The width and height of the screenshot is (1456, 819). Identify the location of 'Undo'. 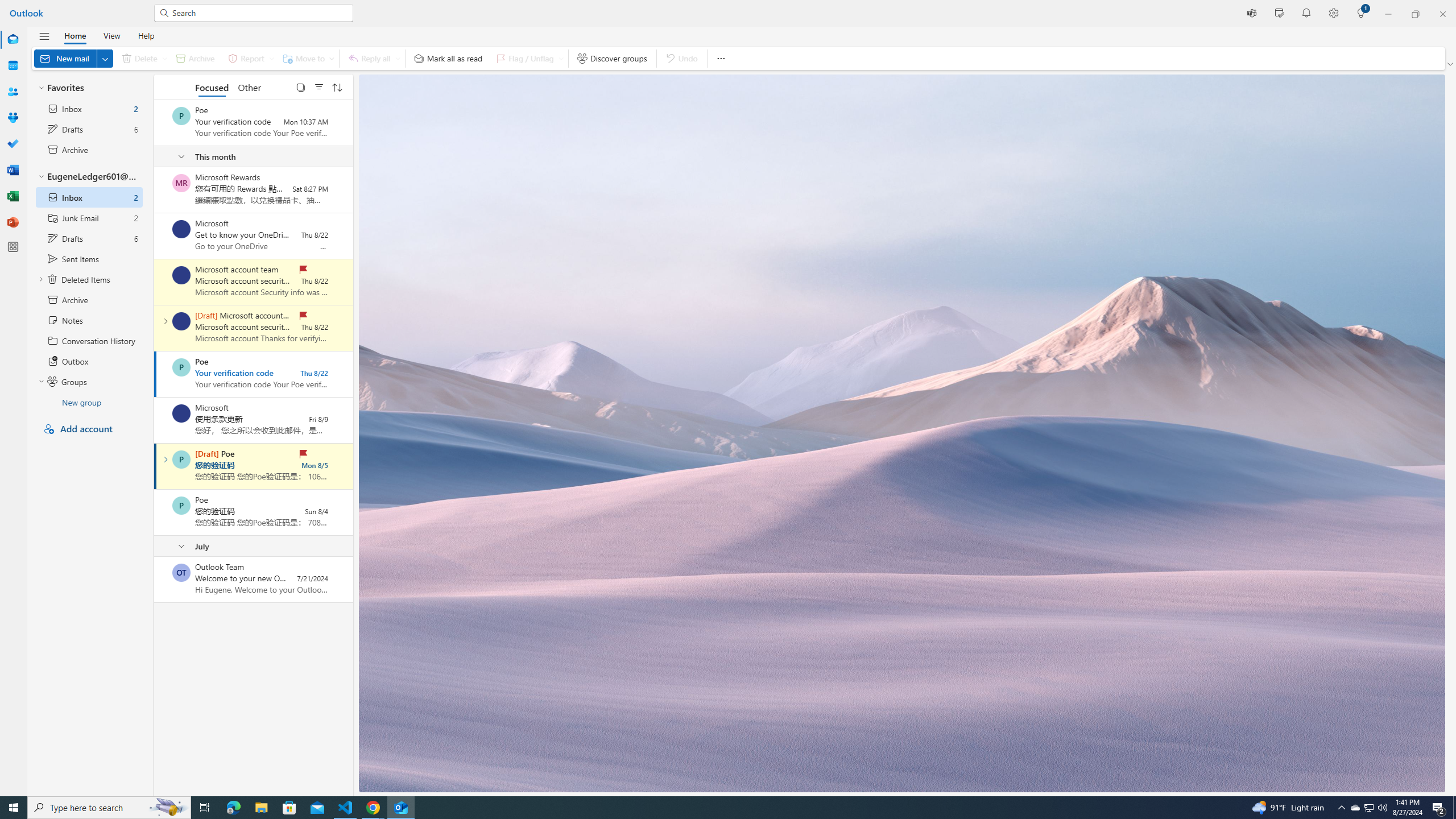
(681, 58).